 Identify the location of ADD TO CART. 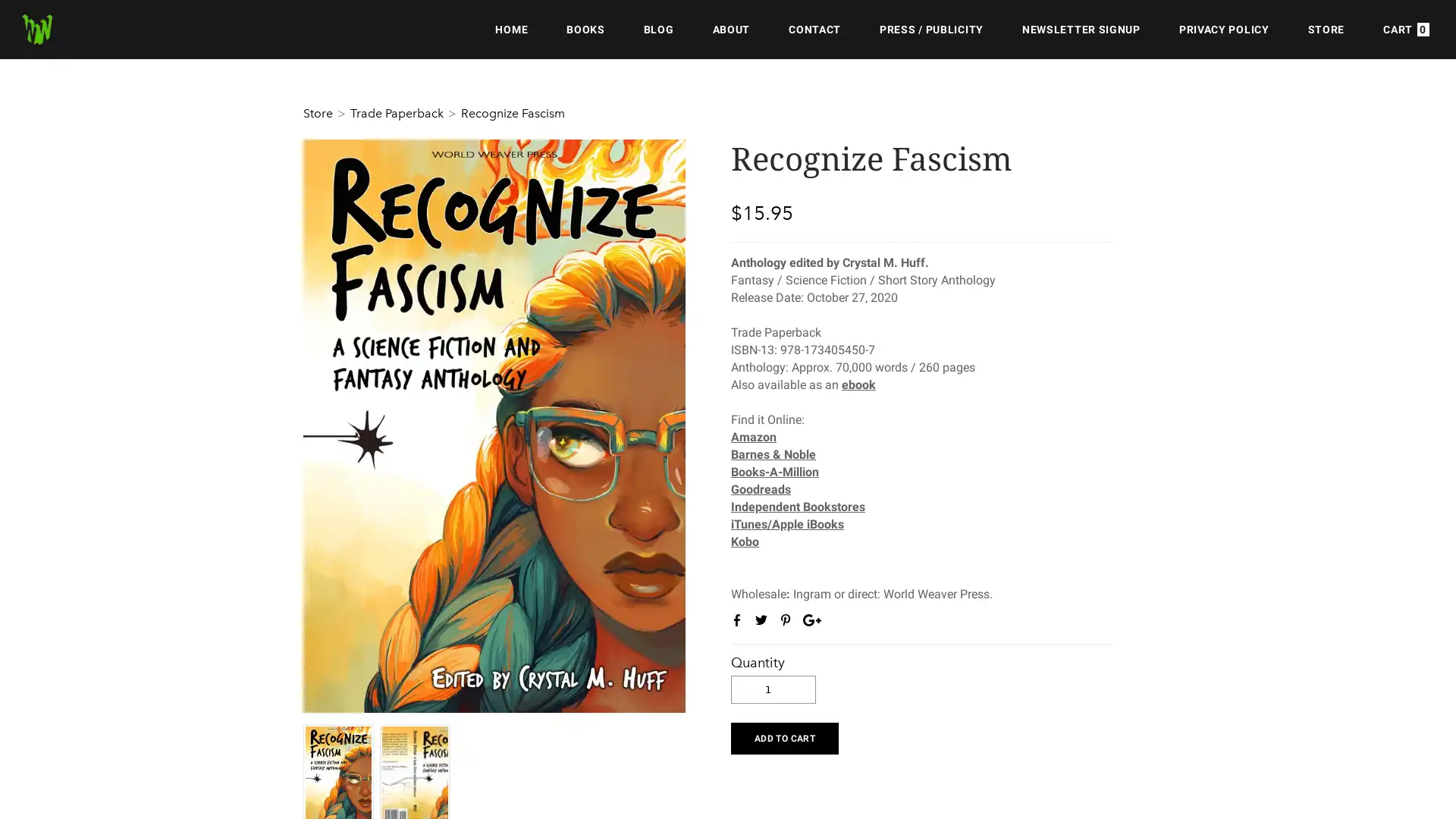
(784, 736).